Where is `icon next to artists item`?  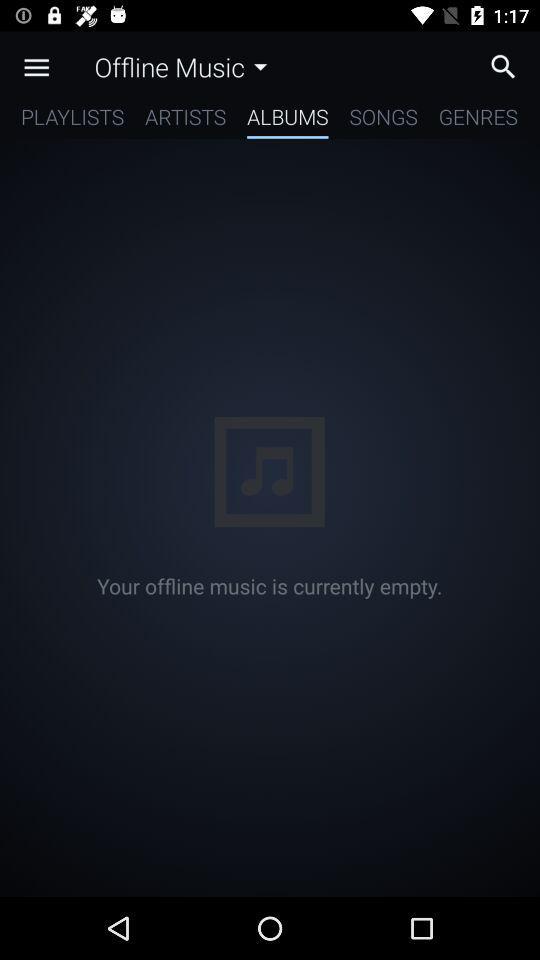
icon next to artists item is located at coordinates (286, 120).